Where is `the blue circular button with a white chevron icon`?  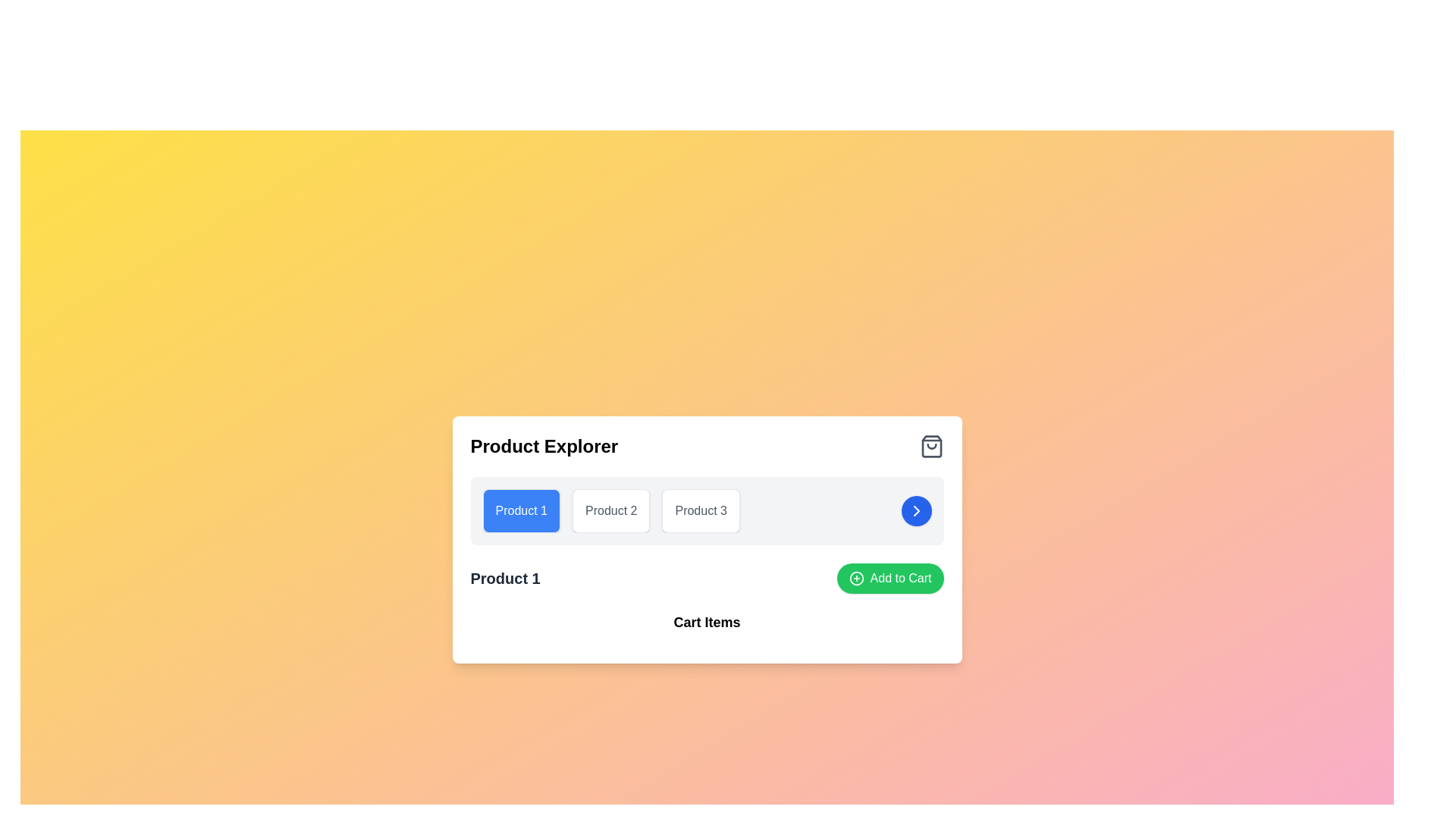
the blue circular button with a white chevron icon is located at coordinates (915, 511).